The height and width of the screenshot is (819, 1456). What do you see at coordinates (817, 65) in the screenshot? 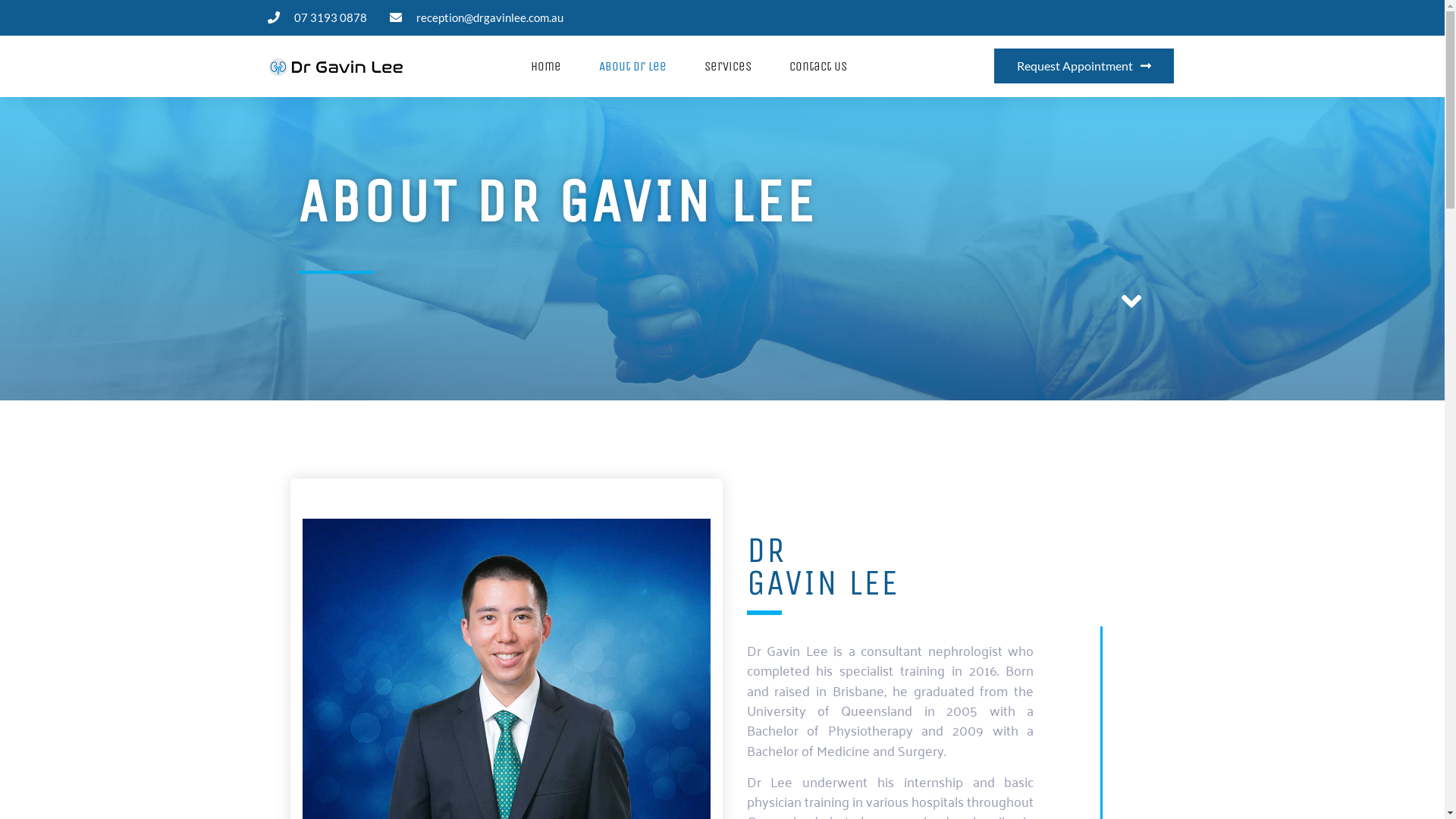
I see `'Contact Us'` at bounding box center [817, 65].